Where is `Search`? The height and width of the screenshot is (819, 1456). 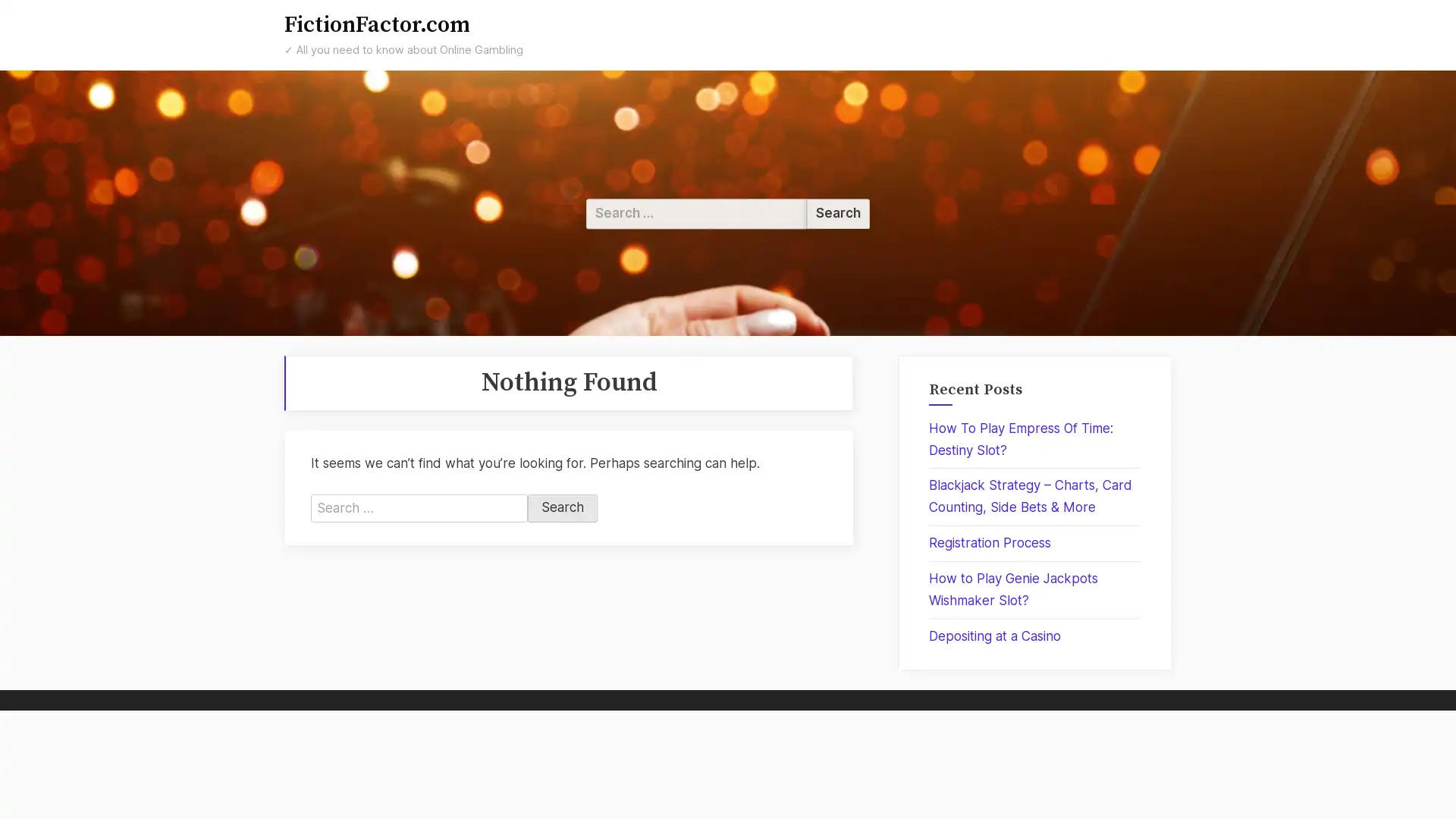
Search is located at coordinates (562, 508).